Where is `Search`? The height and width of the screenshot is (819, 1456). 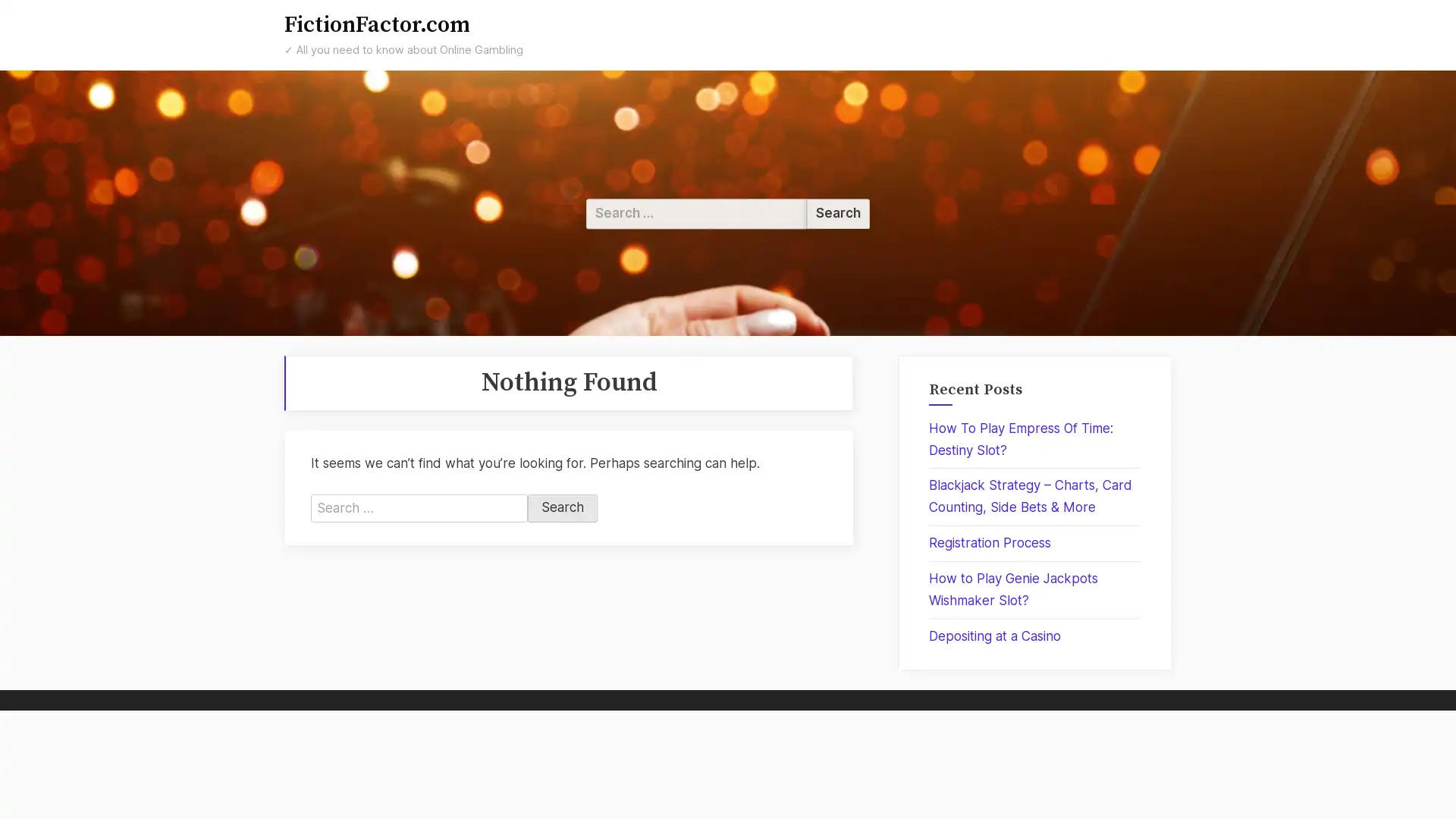
Search is located at coordinates (562, 508).